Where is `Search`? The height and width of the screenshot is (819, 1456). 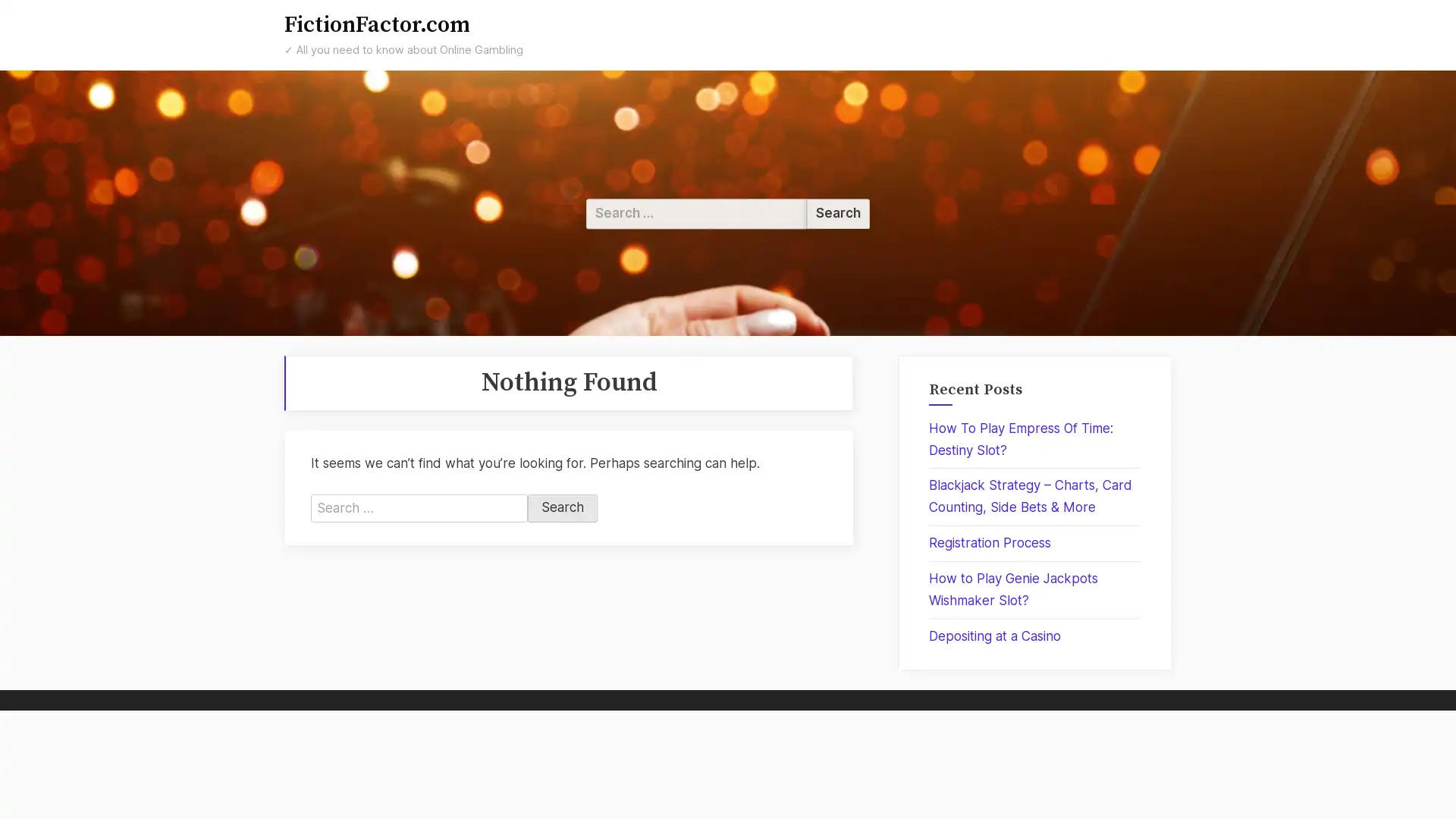
Search is located at coordinates (562, 508).